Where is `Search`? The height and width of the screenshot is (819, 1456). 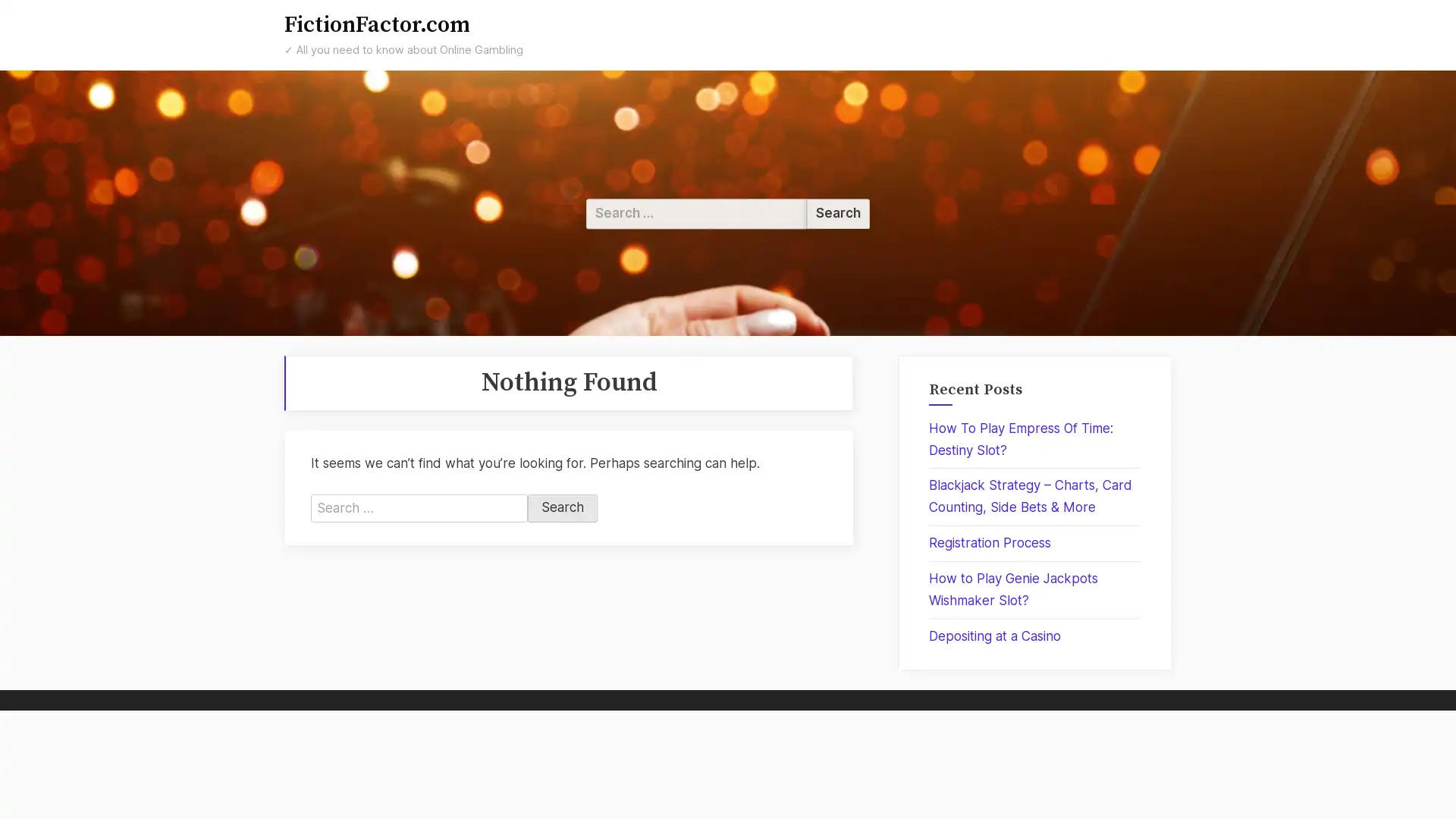
Search is located at coordinates (562, 508).